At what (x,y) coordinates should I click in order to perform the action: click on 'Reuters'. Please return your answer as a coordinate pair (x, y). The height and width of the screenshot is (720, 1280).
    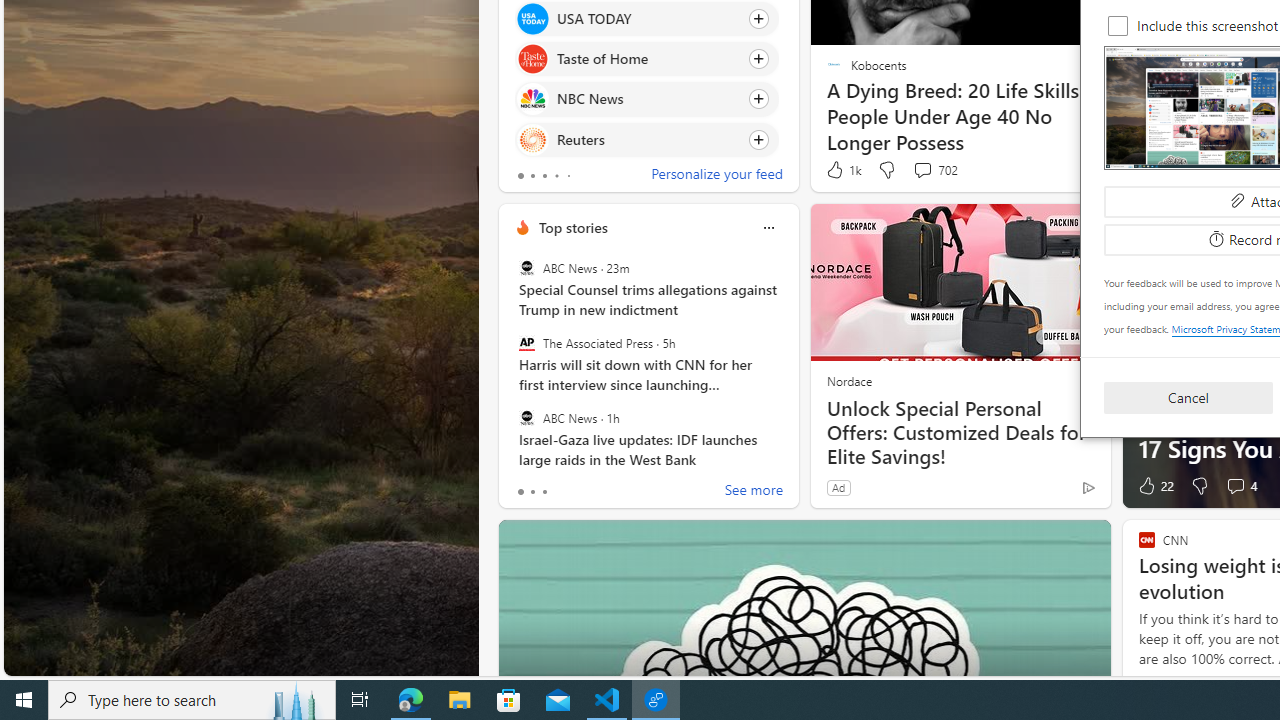
    Looking at the image, I should click on (532, 138).